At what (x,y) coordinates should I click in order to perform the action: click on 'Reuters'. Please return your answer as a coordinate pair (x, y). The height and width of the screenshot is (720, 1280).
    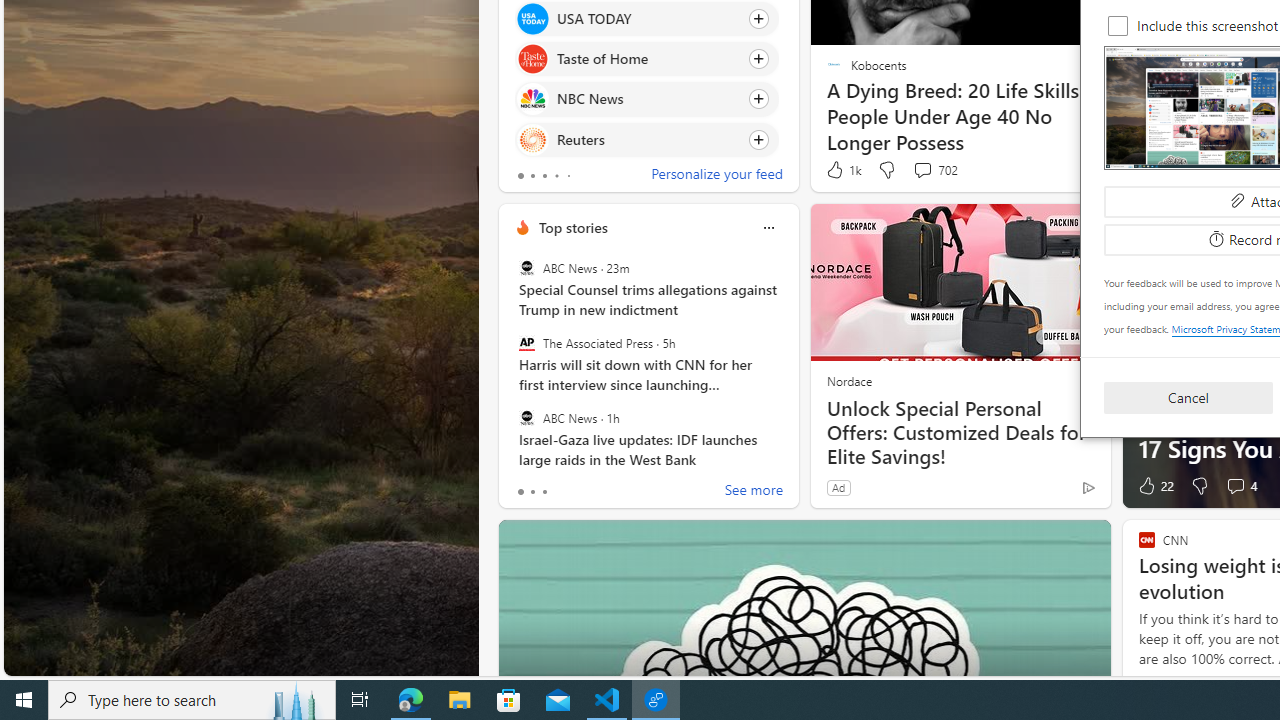
    Looking at the image, I should click on (532, 138).